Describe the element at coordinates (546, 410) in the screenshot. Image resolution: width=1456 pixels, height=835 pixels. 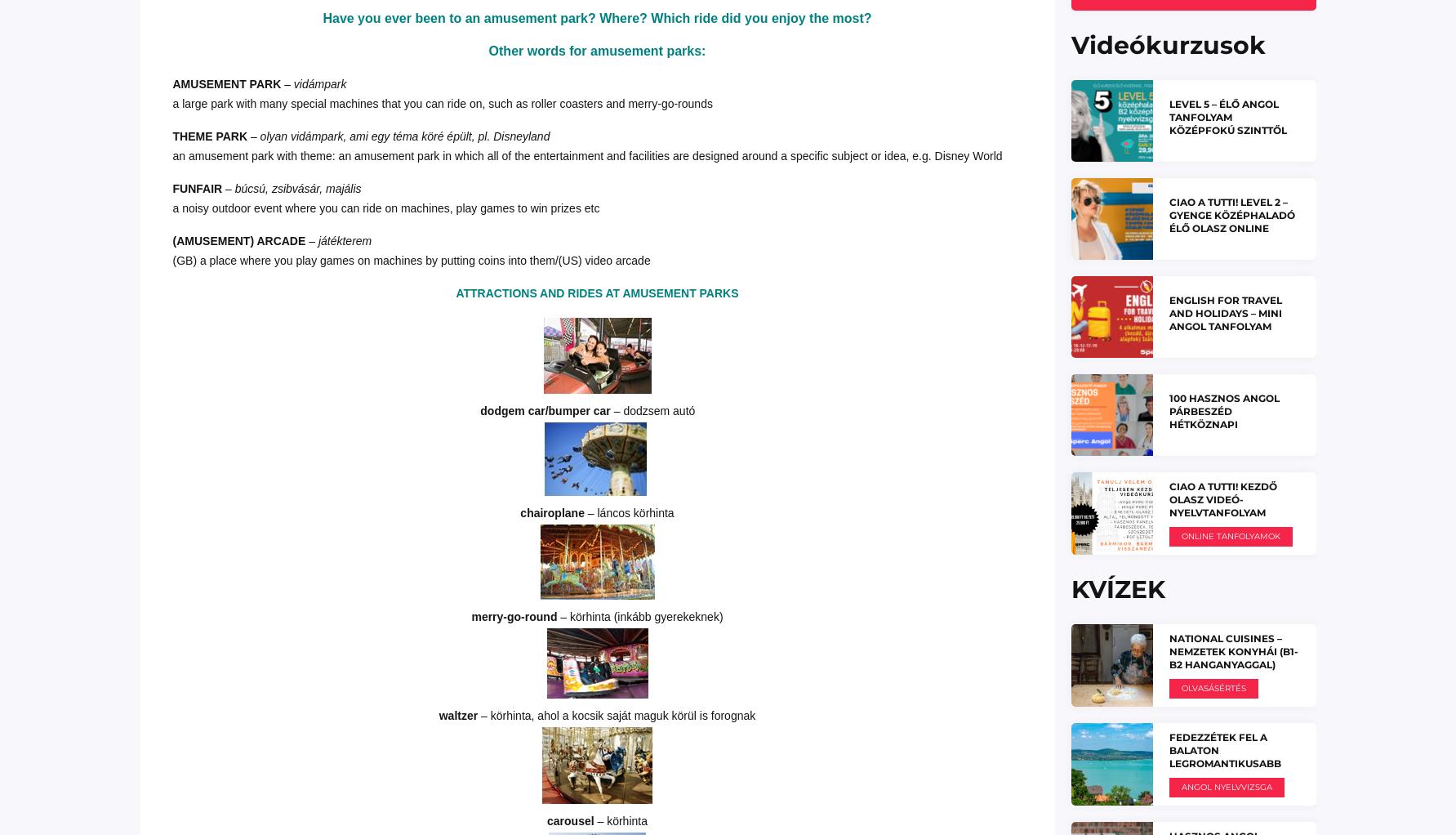
I see `'dodgem car/bumper car'` at that location.